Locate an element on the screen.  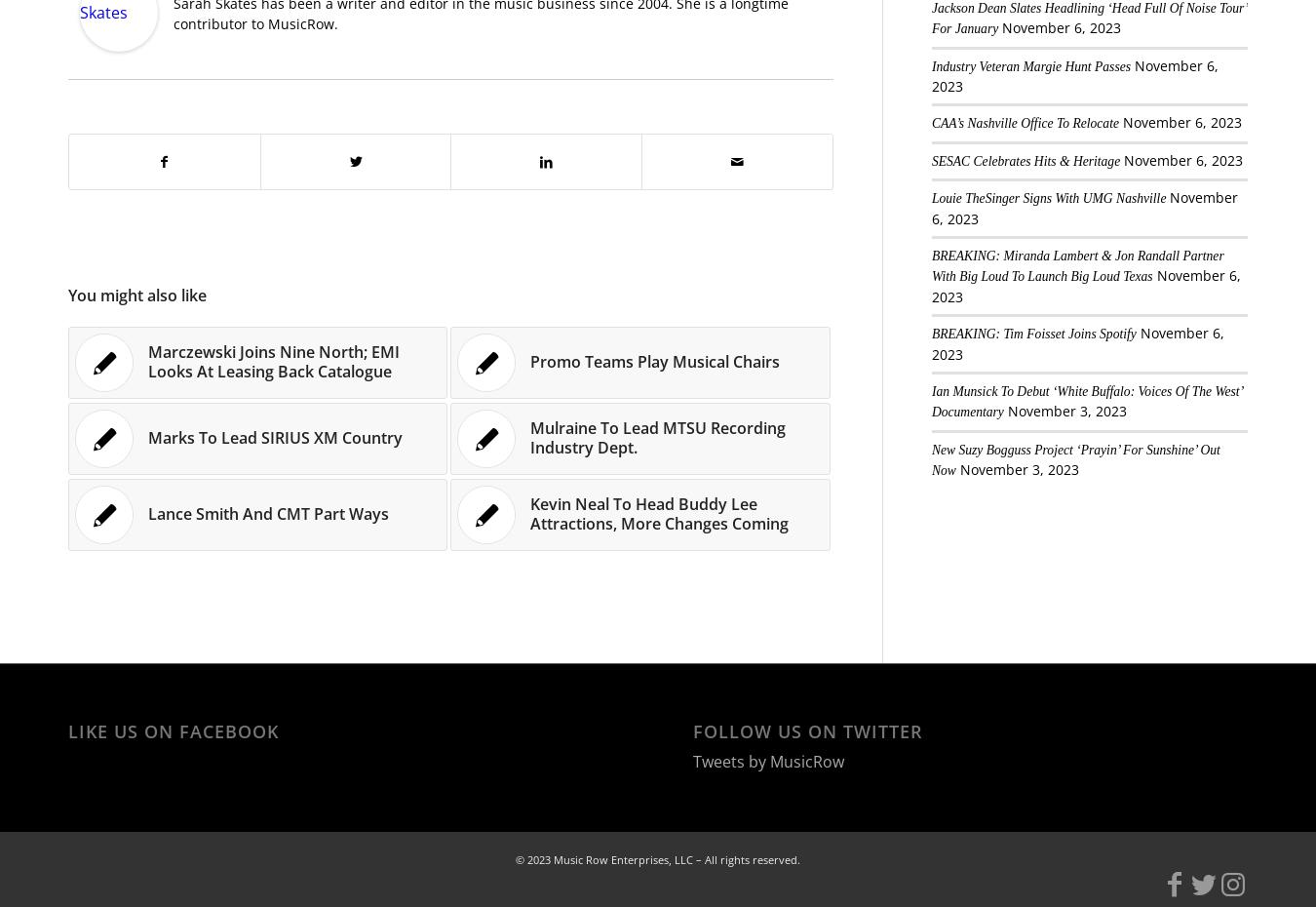
'Jackson Dean Slates Headlining ‘Head Full Of Noise Tour’ For January' is located at coordinates (1088, 17).